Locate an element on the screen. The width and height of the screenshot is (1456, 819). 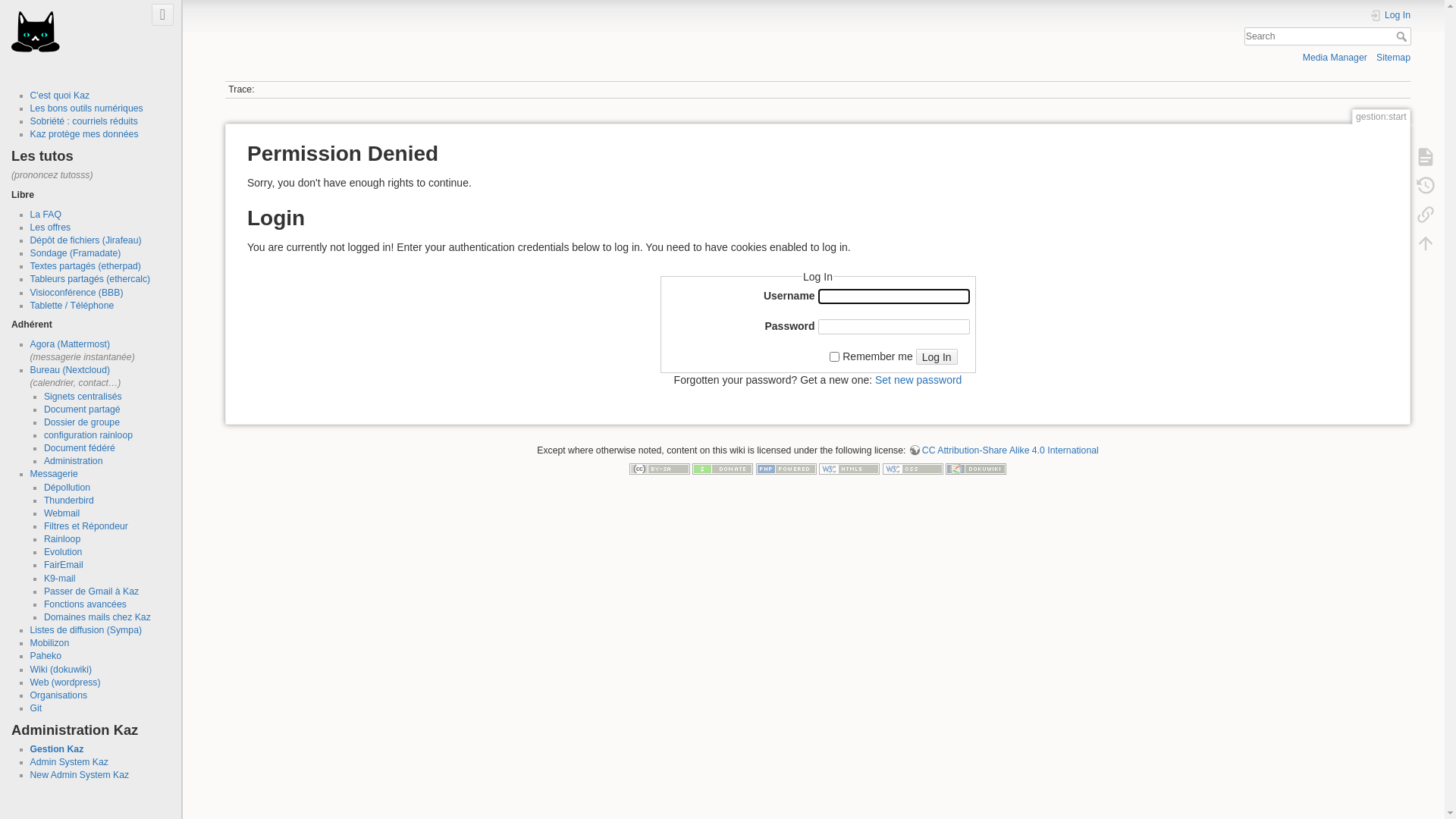
'Set new password' is located at coordinates (917, 379).